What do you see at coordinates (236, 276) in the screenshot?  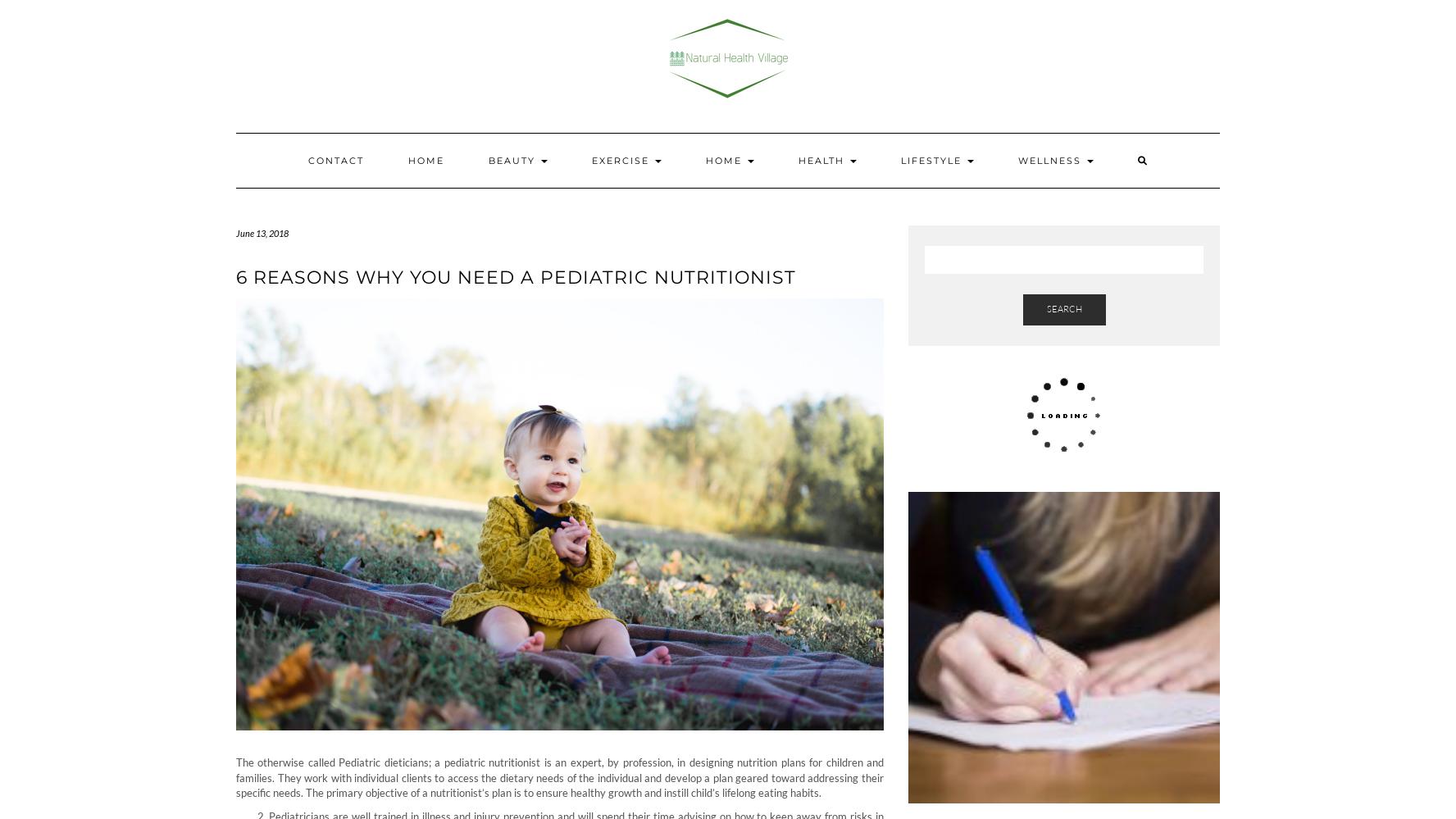 I see `'6 Reasons why you need a Pediatric Nutritionist'` at bounding box center [236, 276].